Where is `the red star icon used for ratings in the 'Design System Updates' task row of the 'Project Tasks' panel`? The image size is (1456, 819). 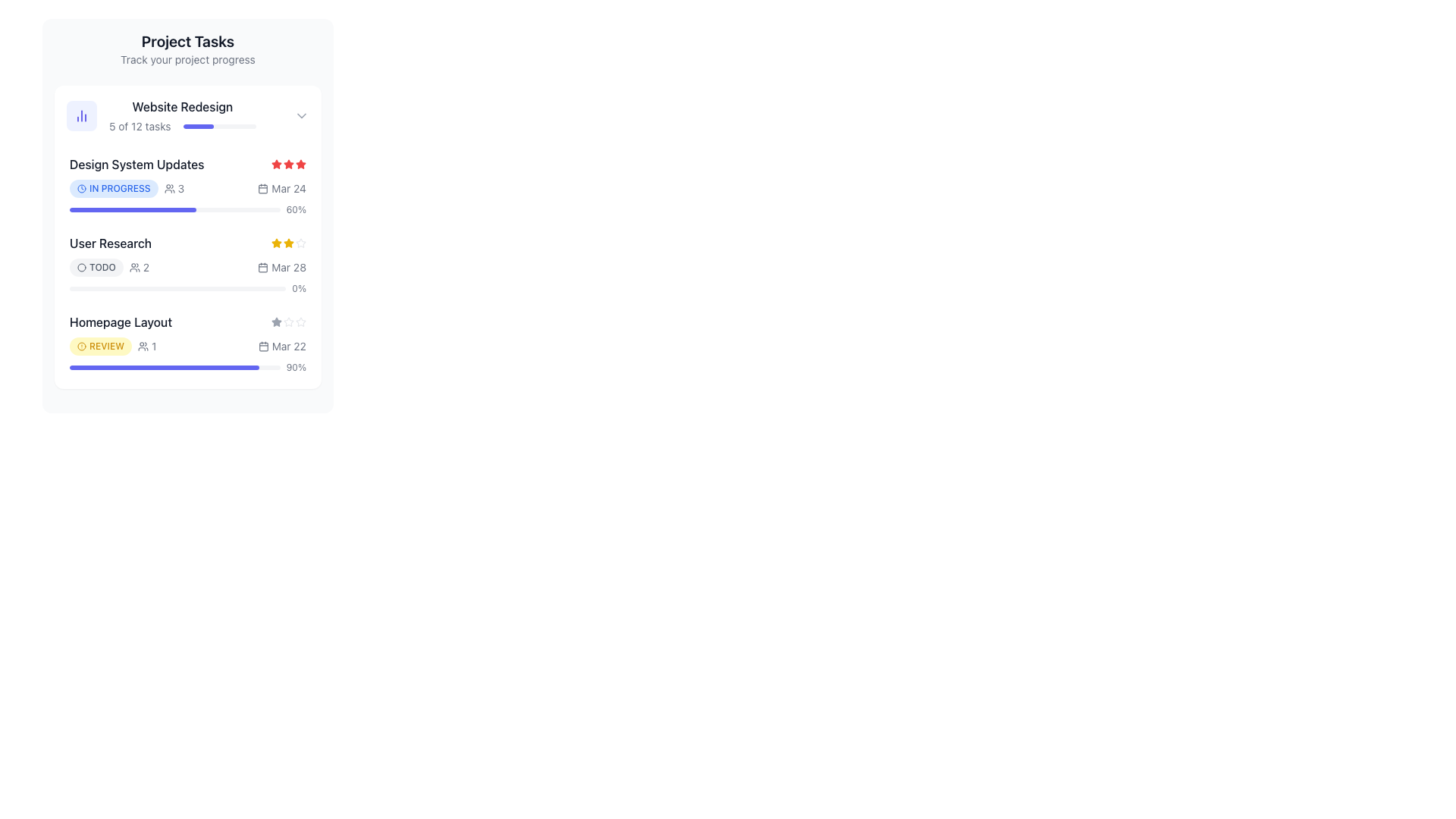
the red star icon used for ratings in the 'Design System Updates' task row of the 'Project Tasks' panel is located at coordinates (288, 164).